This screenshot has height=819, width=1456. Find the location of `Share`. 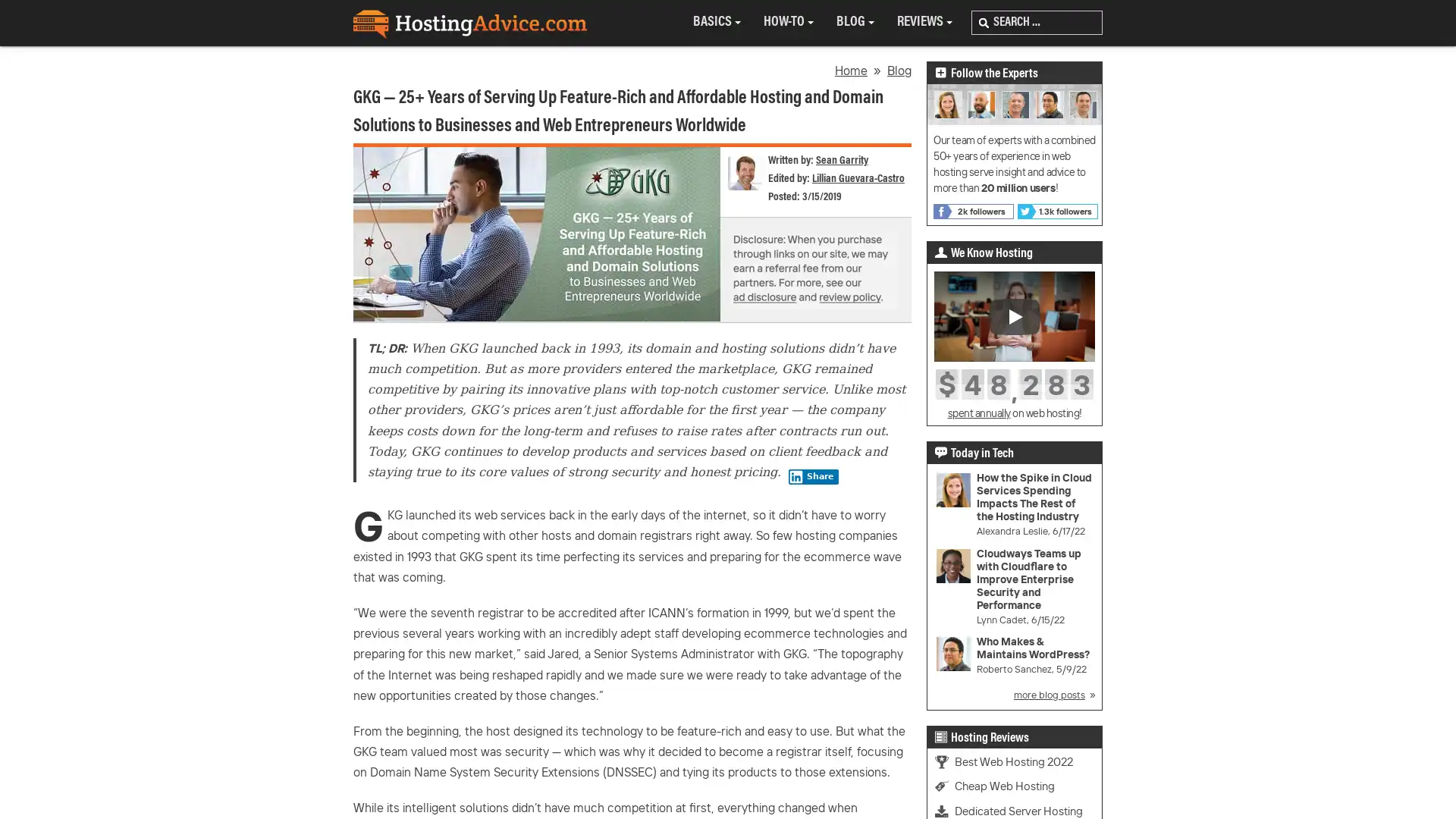

Share is located at coordinates (812, 475).